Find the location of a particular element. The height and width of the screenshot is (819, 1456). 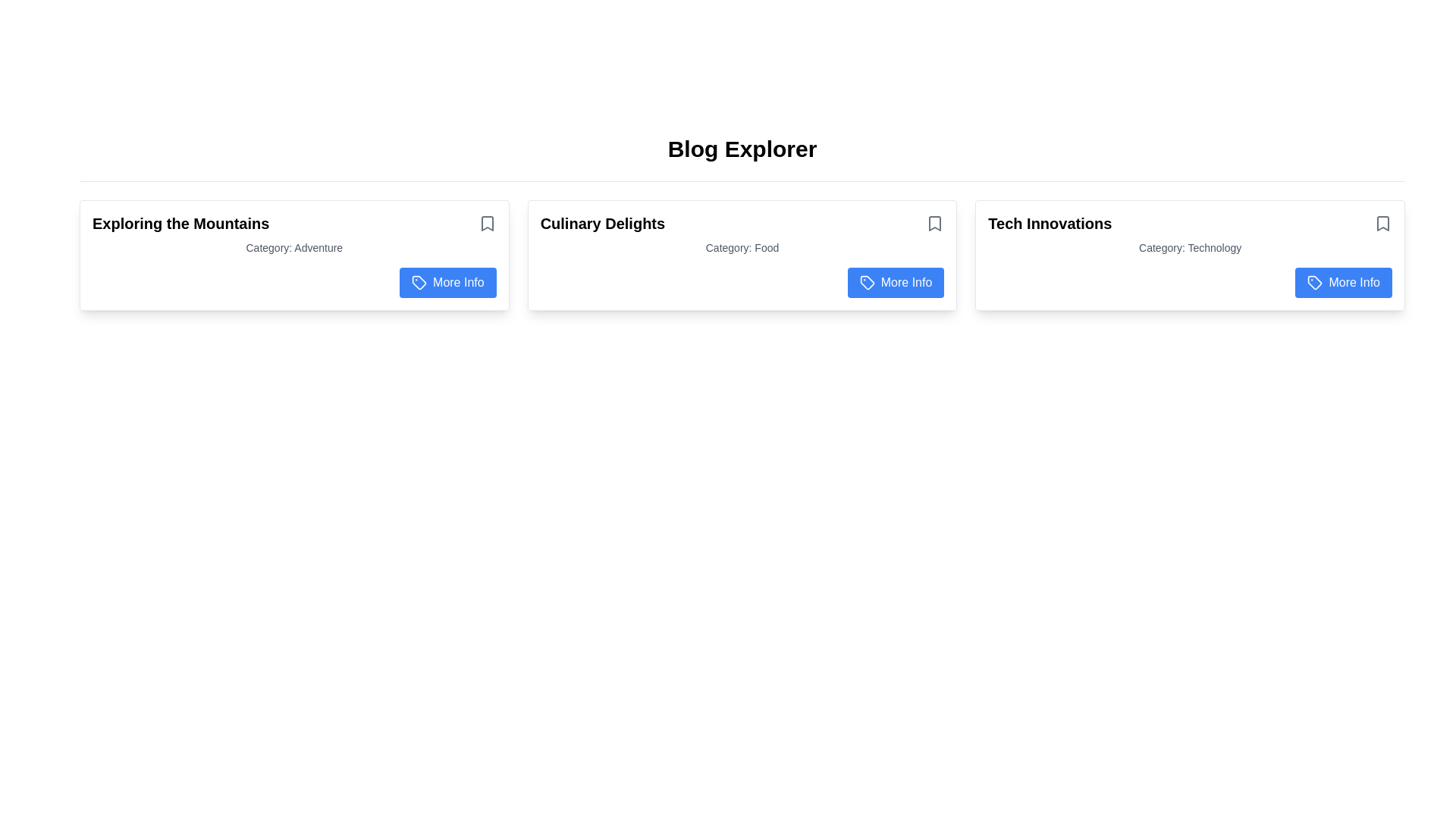

the small tag icon located within the 'More Info' button, which has a blue background and white text, positioned at the bottom-right corner of the 'Exploring the Mountains' card is located at coordinates (419, 283).